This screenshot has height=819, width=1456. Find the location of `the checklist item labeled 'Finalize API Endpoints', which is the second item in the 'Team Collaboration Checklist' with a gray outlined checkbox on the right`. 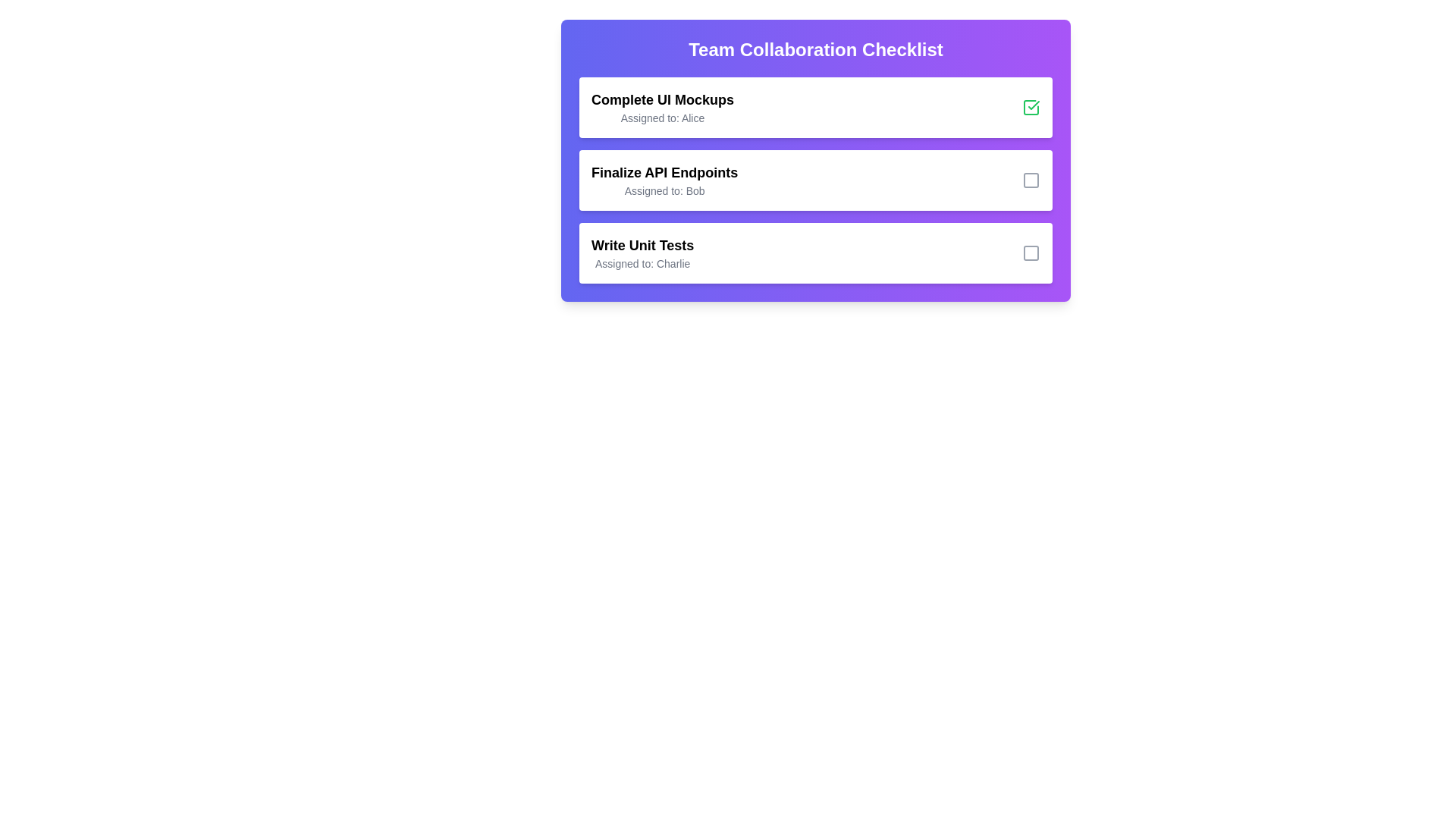

the checklist item labeled 'Finalize API Endpoints', which is the second item in the 'Team Collaboration Checklist' with a gray outlined checkbox on the right is located at coordinates (814, 180).